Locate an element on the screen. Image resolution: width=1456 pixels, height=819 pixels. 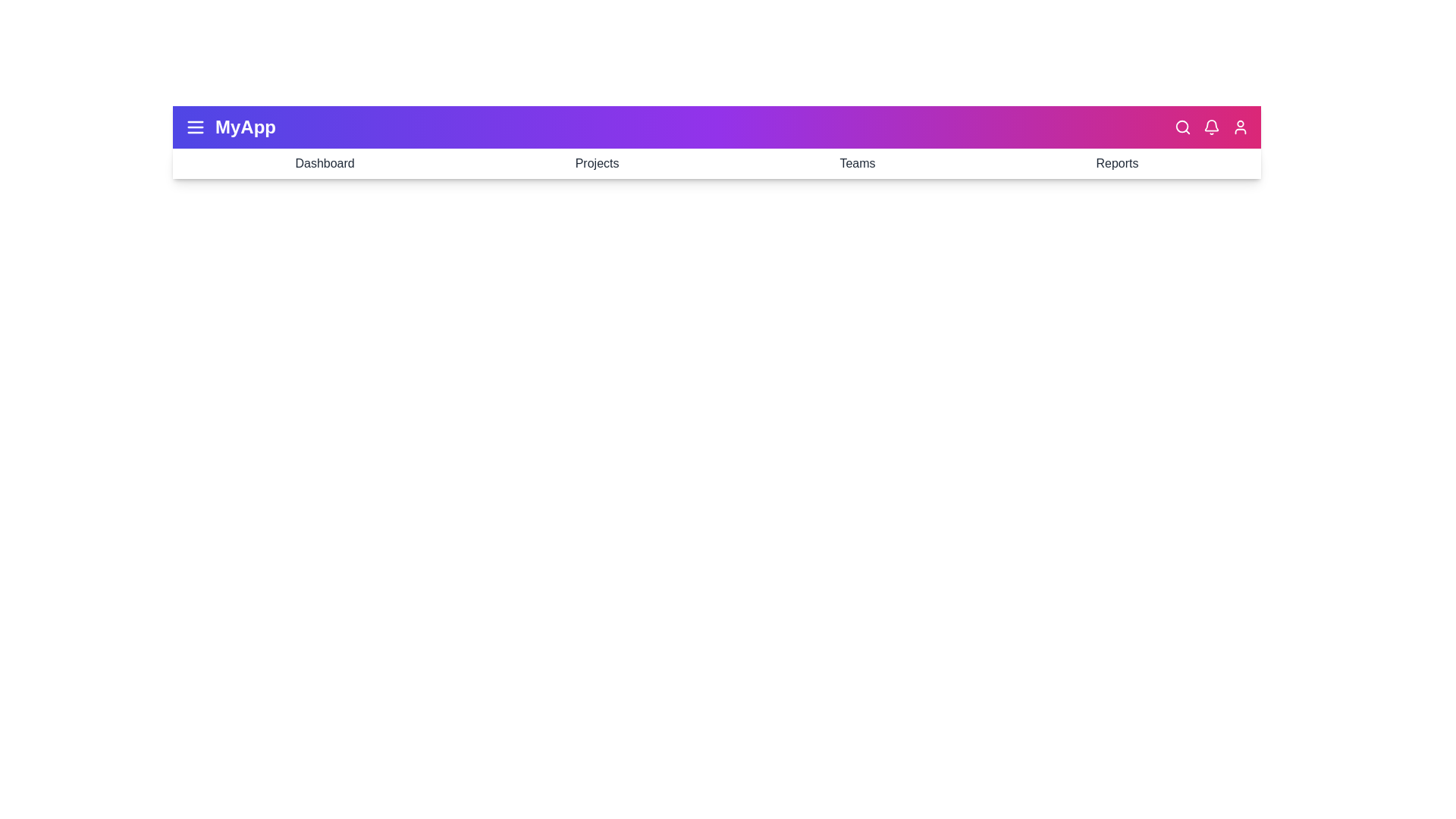
the navigation menu item Projects is located at coordinates (596, 164).